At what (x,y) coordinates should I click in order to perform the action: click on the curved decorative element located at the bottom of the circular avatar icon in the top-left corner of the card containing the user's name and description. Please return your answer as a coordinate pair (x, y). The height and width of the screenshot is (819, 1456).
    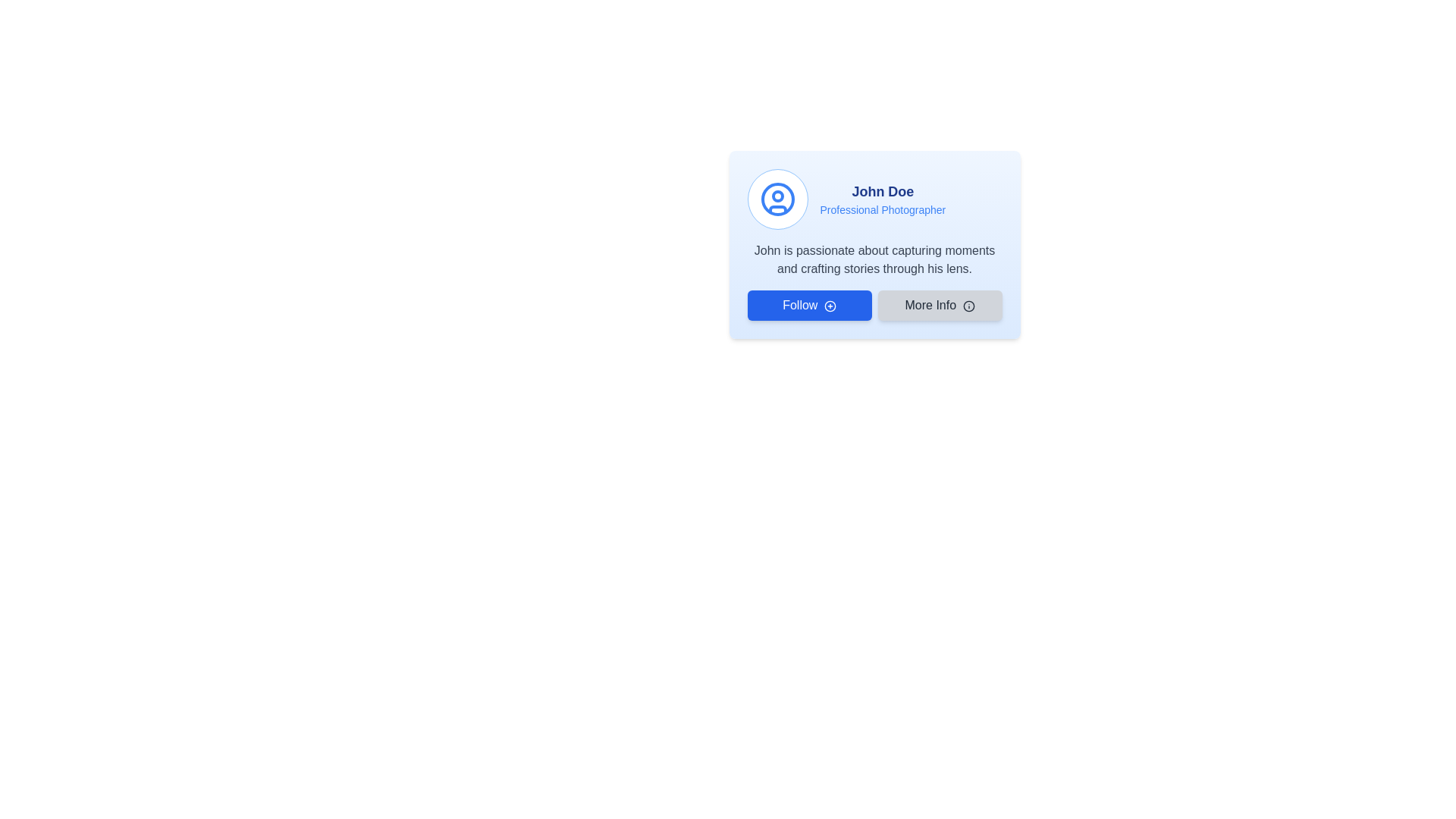
    Looking at the image, I should click on (777, 209).